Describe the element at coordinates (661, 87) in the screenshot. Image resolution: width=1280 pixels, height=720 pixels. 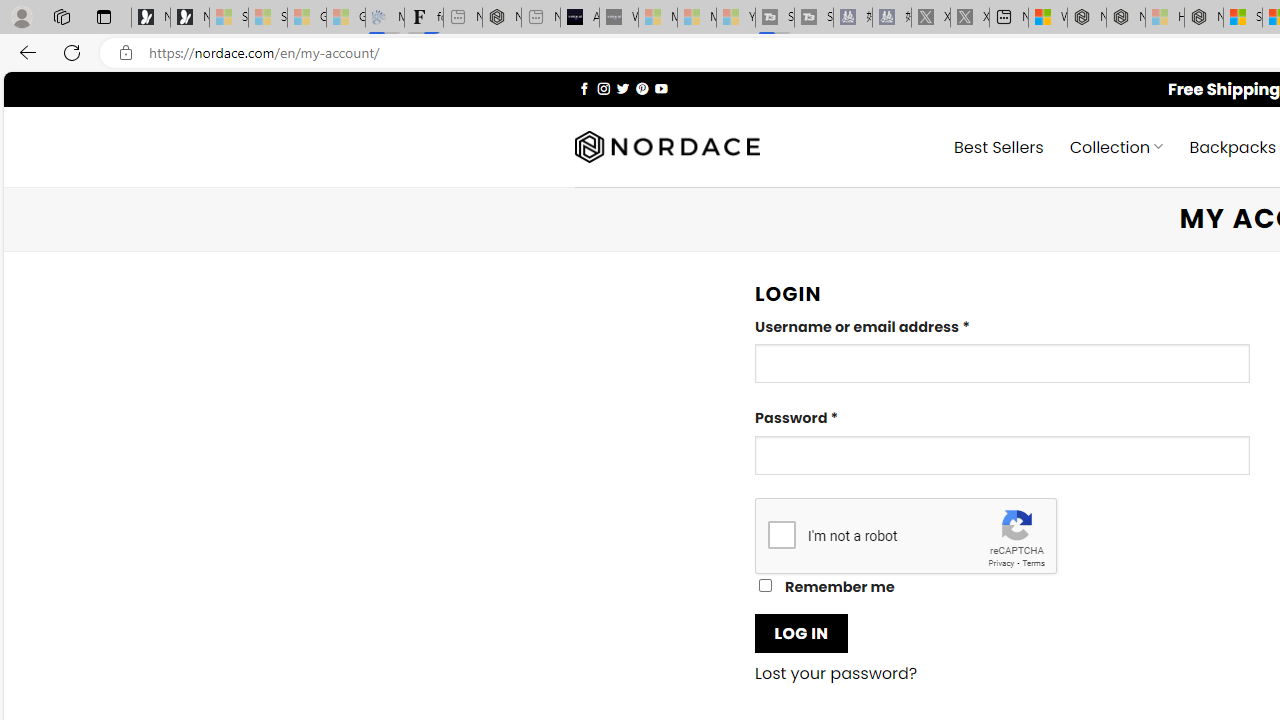
I see `'Follow on YouTube'` at that location.